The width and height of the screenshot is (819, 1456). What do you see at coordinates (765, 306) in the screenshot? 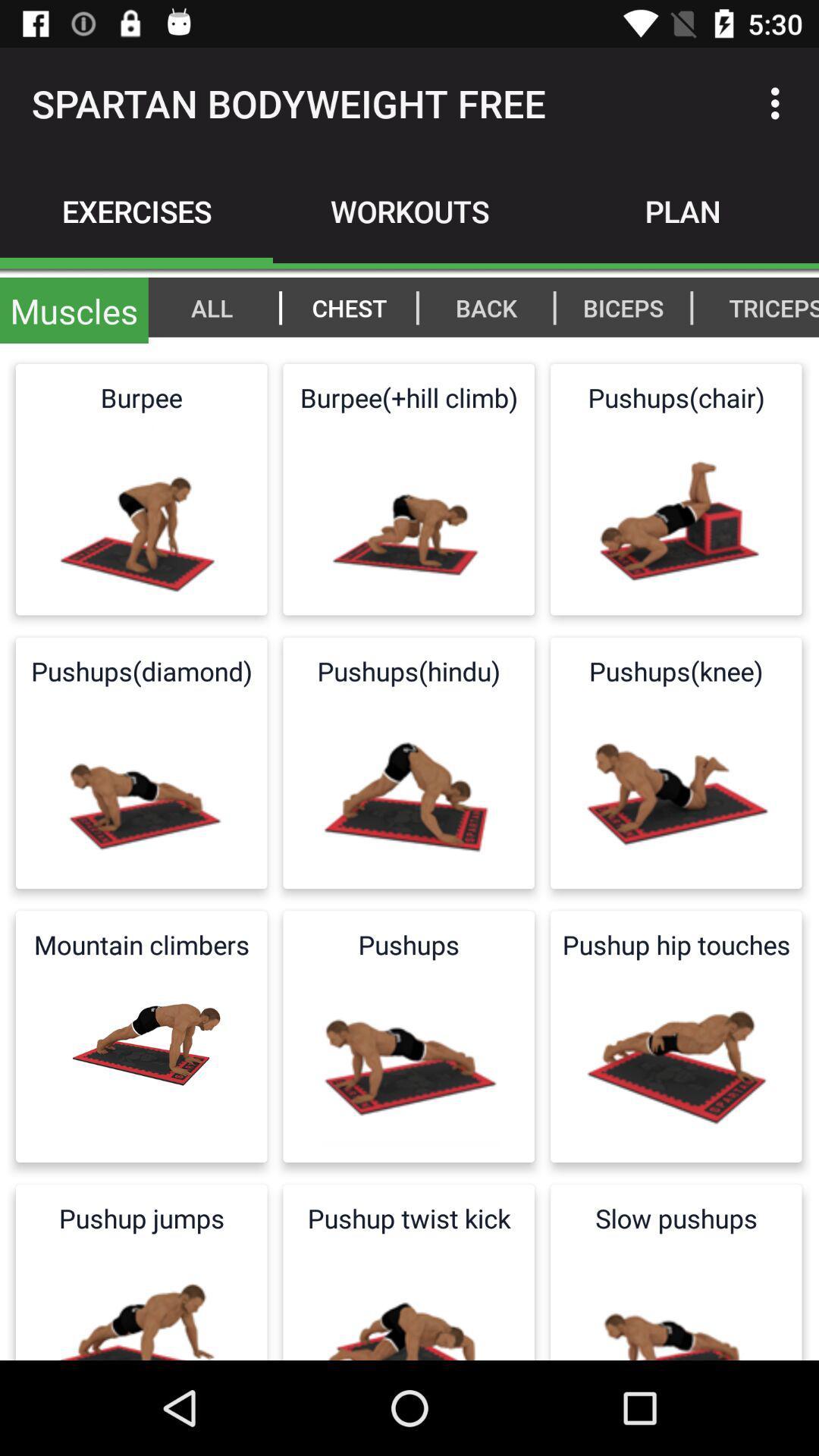
I see `the icon next to |` at bounding box center [765, 306].